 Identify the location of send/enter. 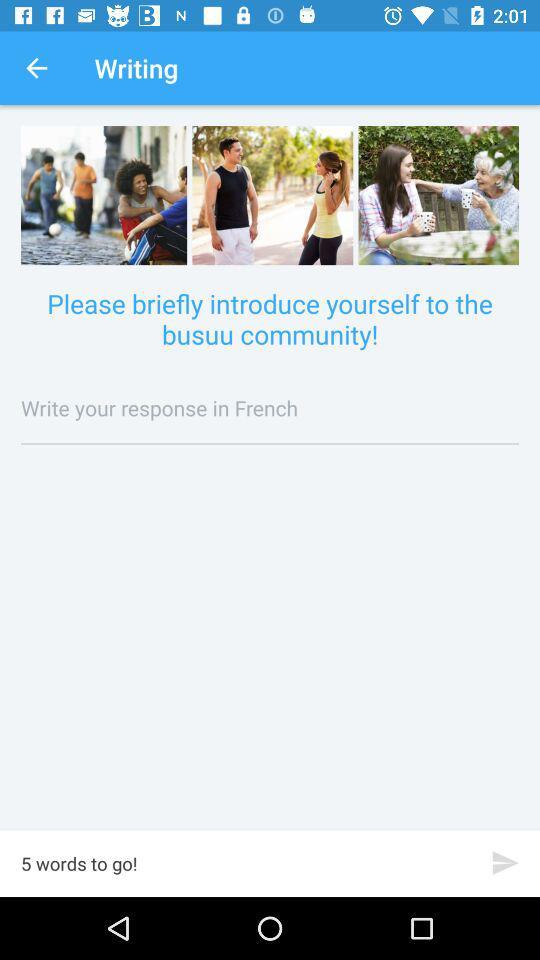
(504, 862).